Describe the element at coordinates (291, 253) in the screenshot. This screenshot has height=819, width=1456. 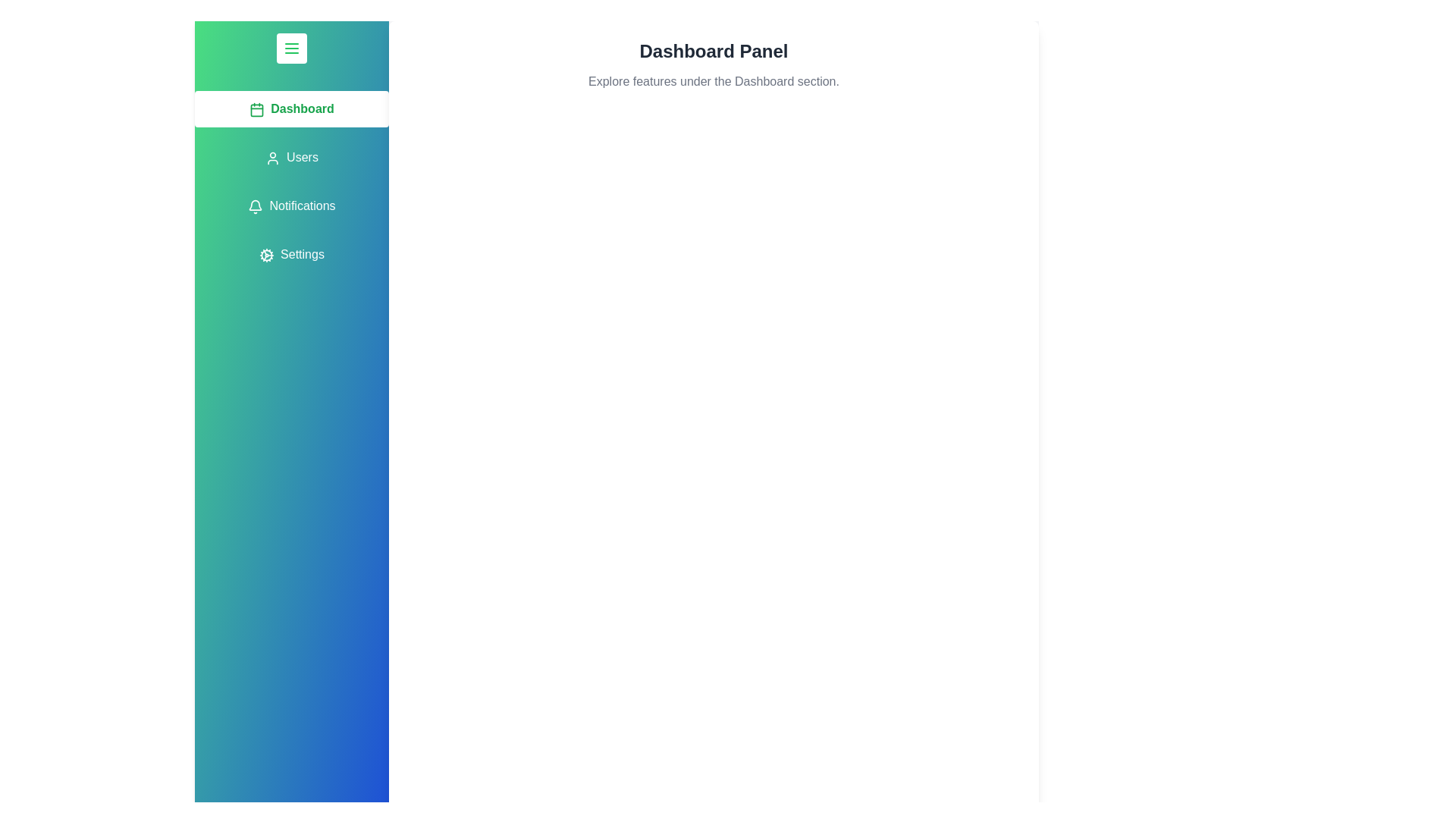
I see `the tab labeled Settings to observe its hover effect` at that location.